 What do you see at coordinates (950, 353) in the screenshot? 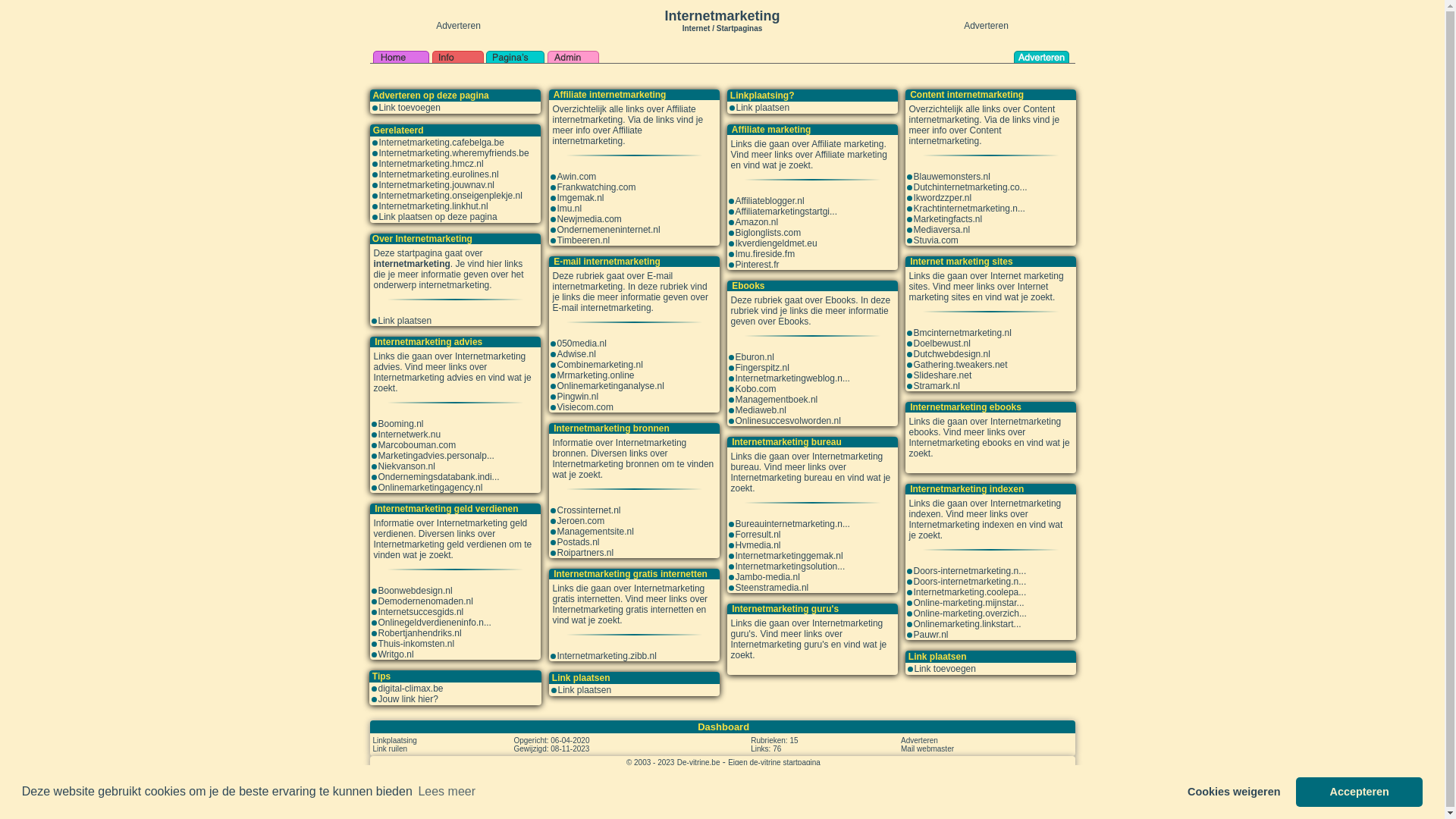
I see `'Dutchwebdesign.nl'` at bounding box center [950, 353].